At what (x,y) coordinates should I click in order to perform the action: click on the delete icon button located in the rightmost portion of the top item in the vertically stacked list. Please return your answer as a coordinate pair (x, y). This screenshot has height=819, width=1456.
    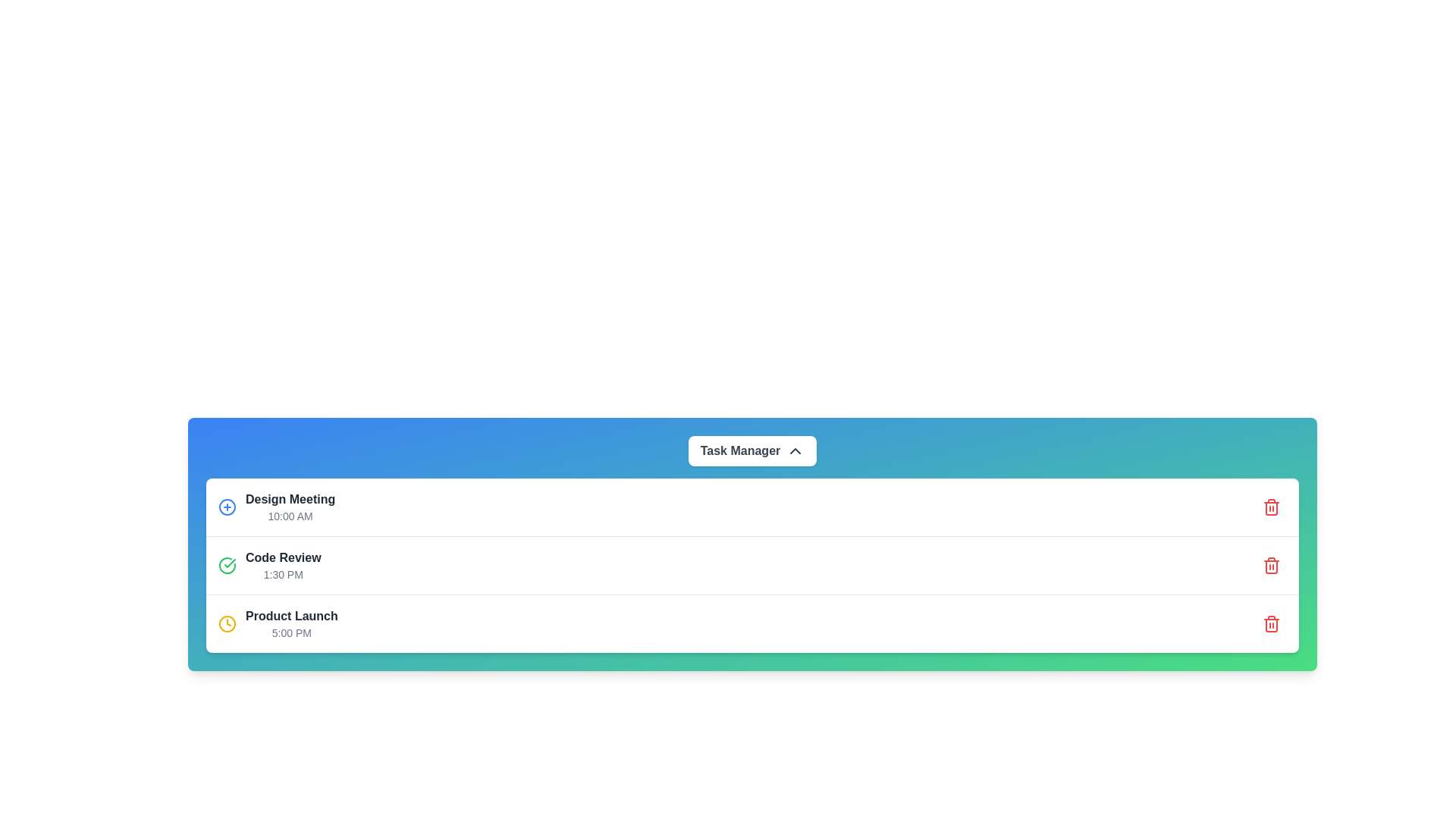
    Looking at the image, I should click on (1271, 507).